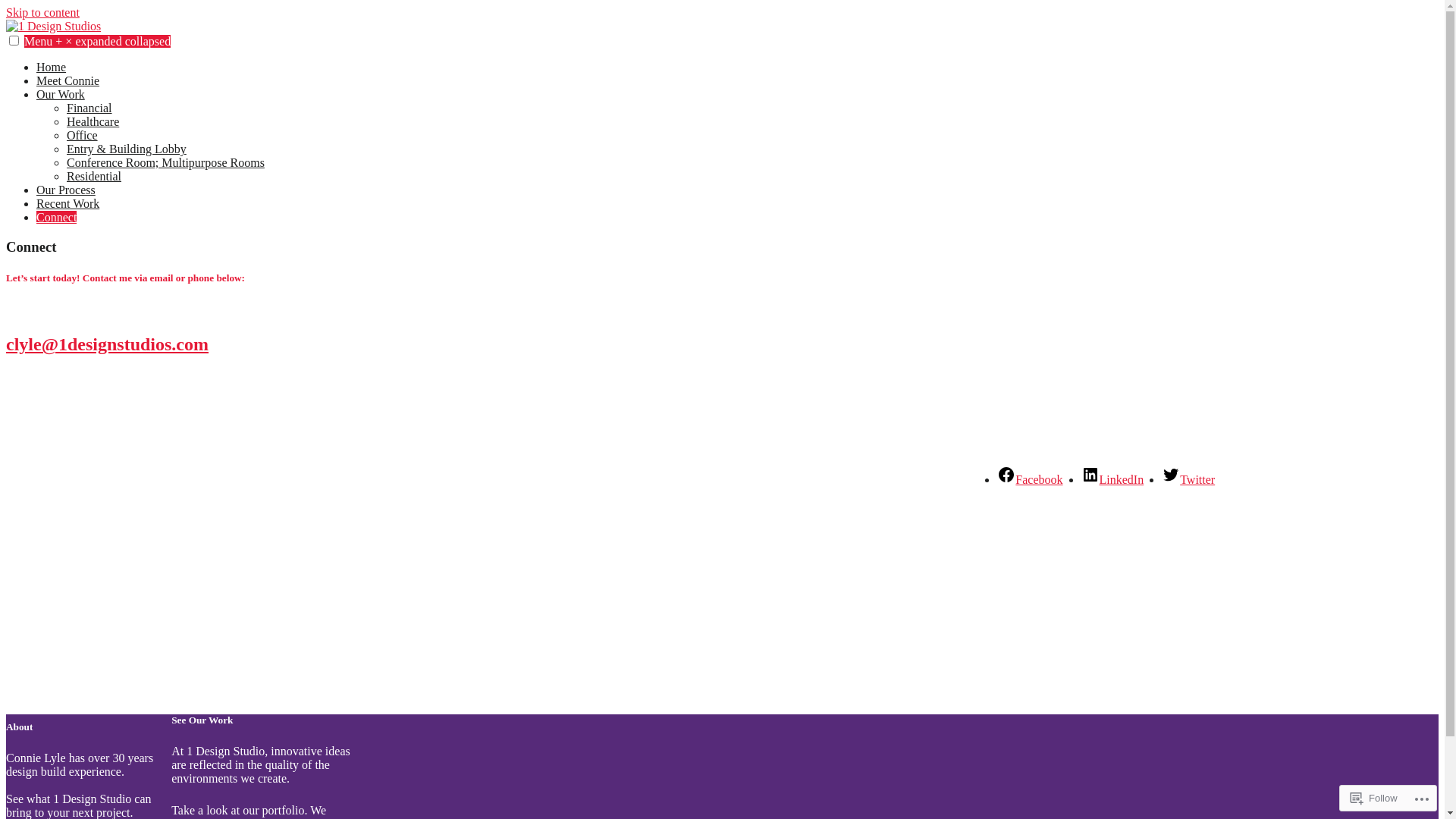  What do you see at coordinates (67, 80) in the screenshot?
I see `'Meet Connie'` at bounding box center [67, 80].